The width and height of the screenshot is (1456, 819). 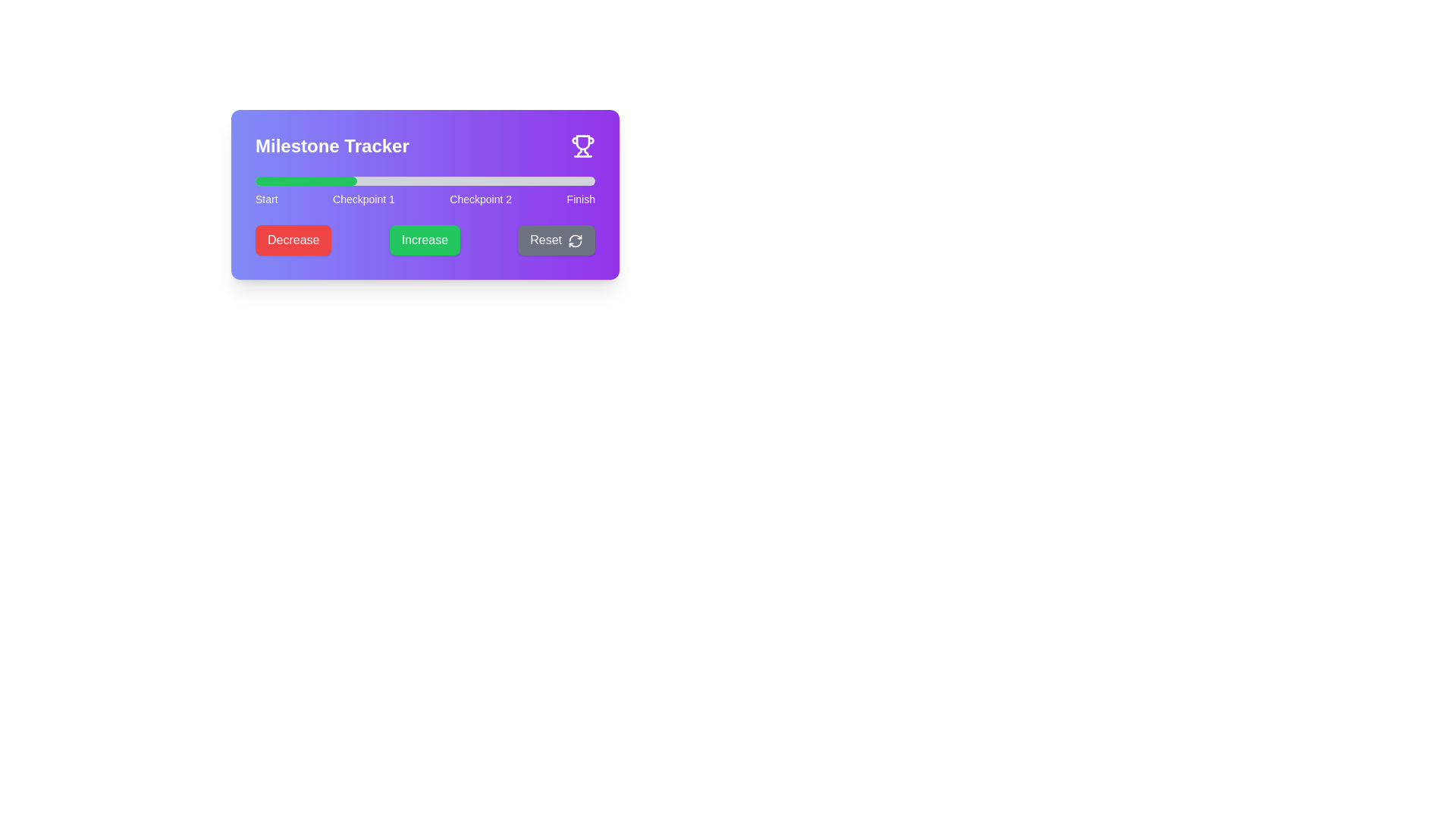 What do you see at coordinates (579, 152) in the screenshot?
I see `the curved shape forming part of the left vertical stem of the trophy figure in the top-right corner of the milestone tracker component` at bounding box center [579, 152].